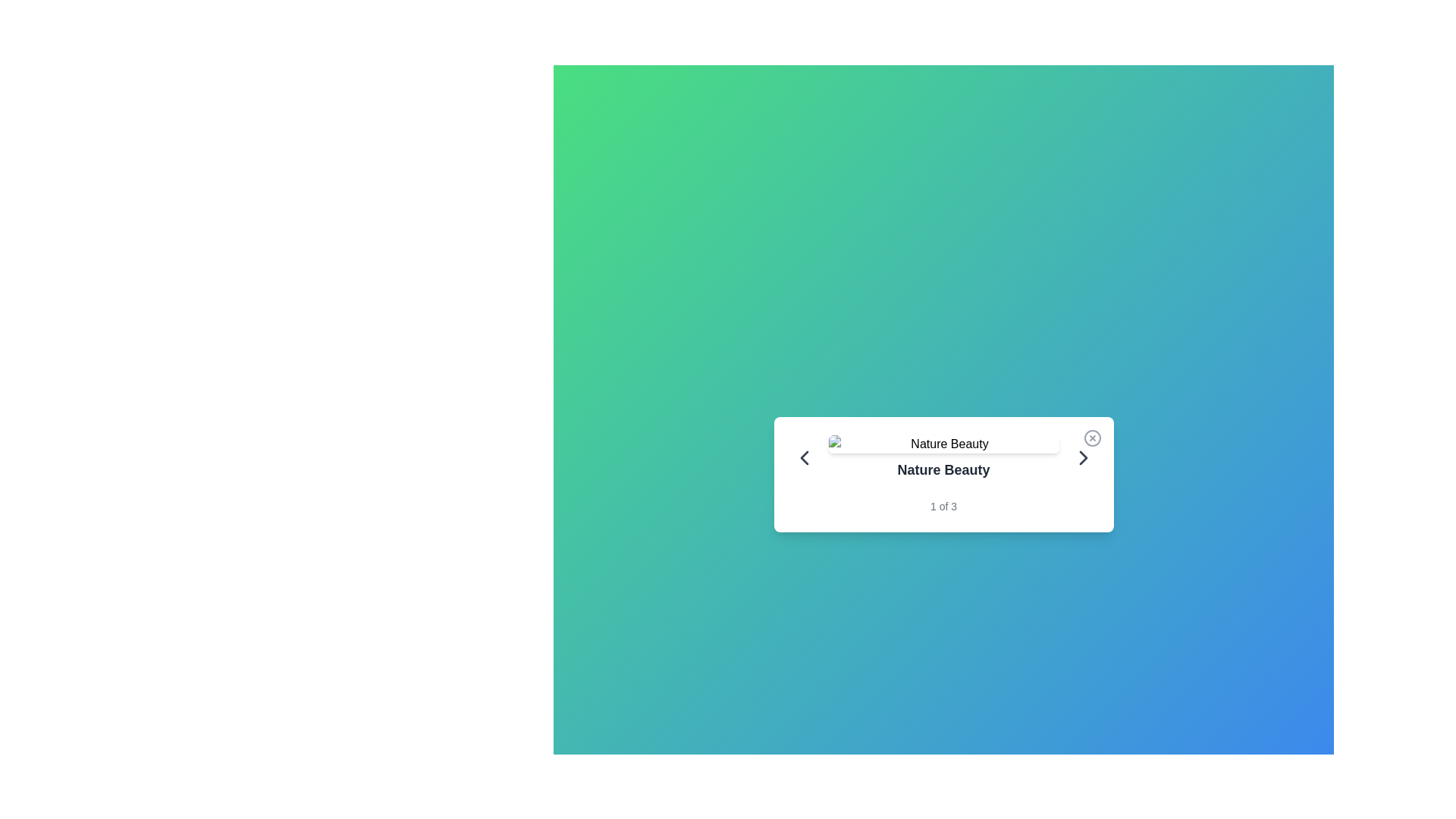 The width and height of the screenshot is (1456, 819). What do you see at coordinates (803, 457) in the screenshot?
I see `the left-chevron icon, which is a triangular arrowhead pointing left, located on the far left side of the navigation button to trigger hover effects` at bounding box center [803, 457].